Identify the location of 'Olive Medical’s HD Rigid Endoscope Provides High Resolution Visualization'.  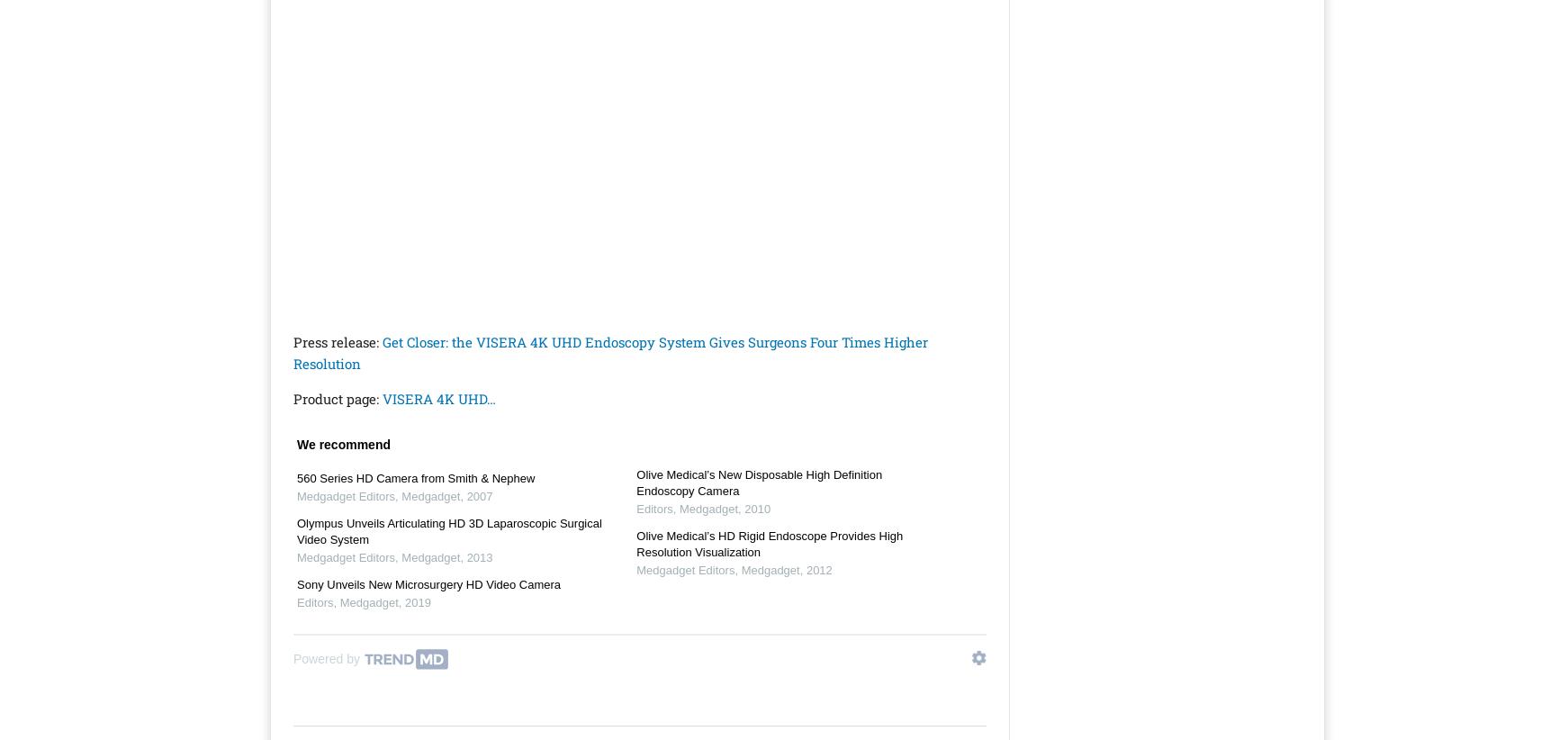
(635, 543).